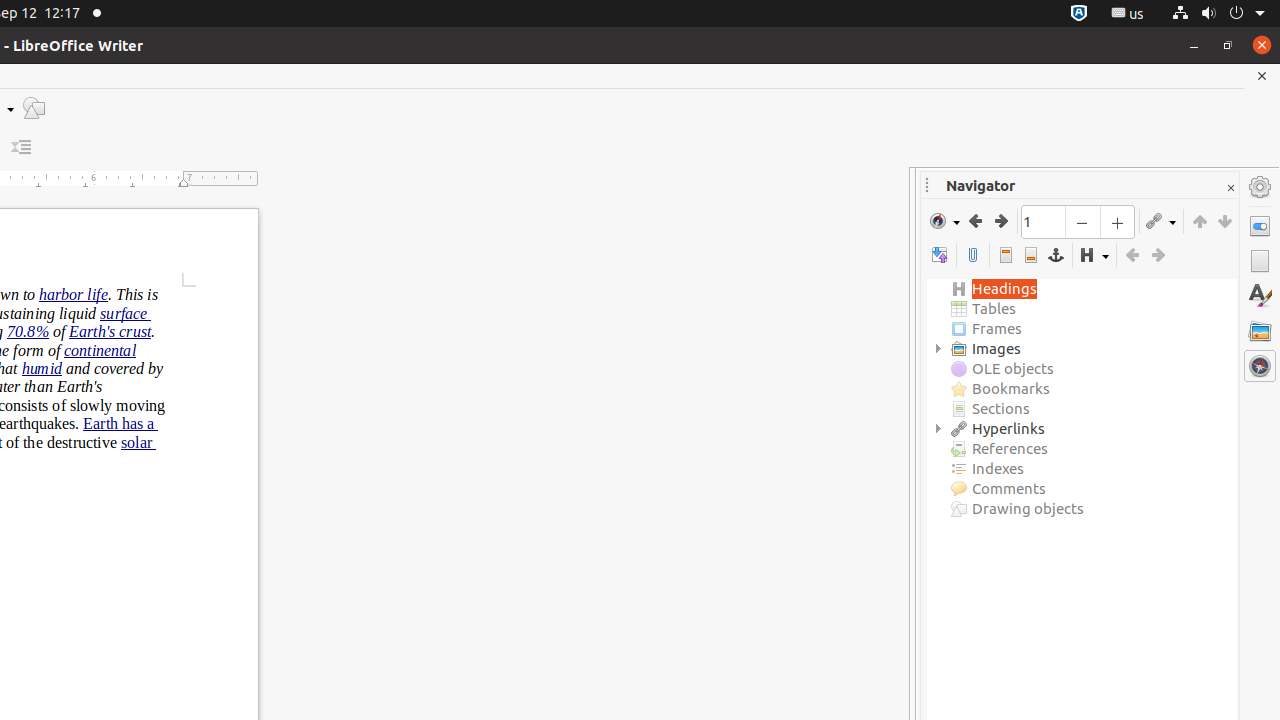 Image resolution: width=1280 pixels, height=720 pixels. I want to click on 'System', so click(1217, 13).